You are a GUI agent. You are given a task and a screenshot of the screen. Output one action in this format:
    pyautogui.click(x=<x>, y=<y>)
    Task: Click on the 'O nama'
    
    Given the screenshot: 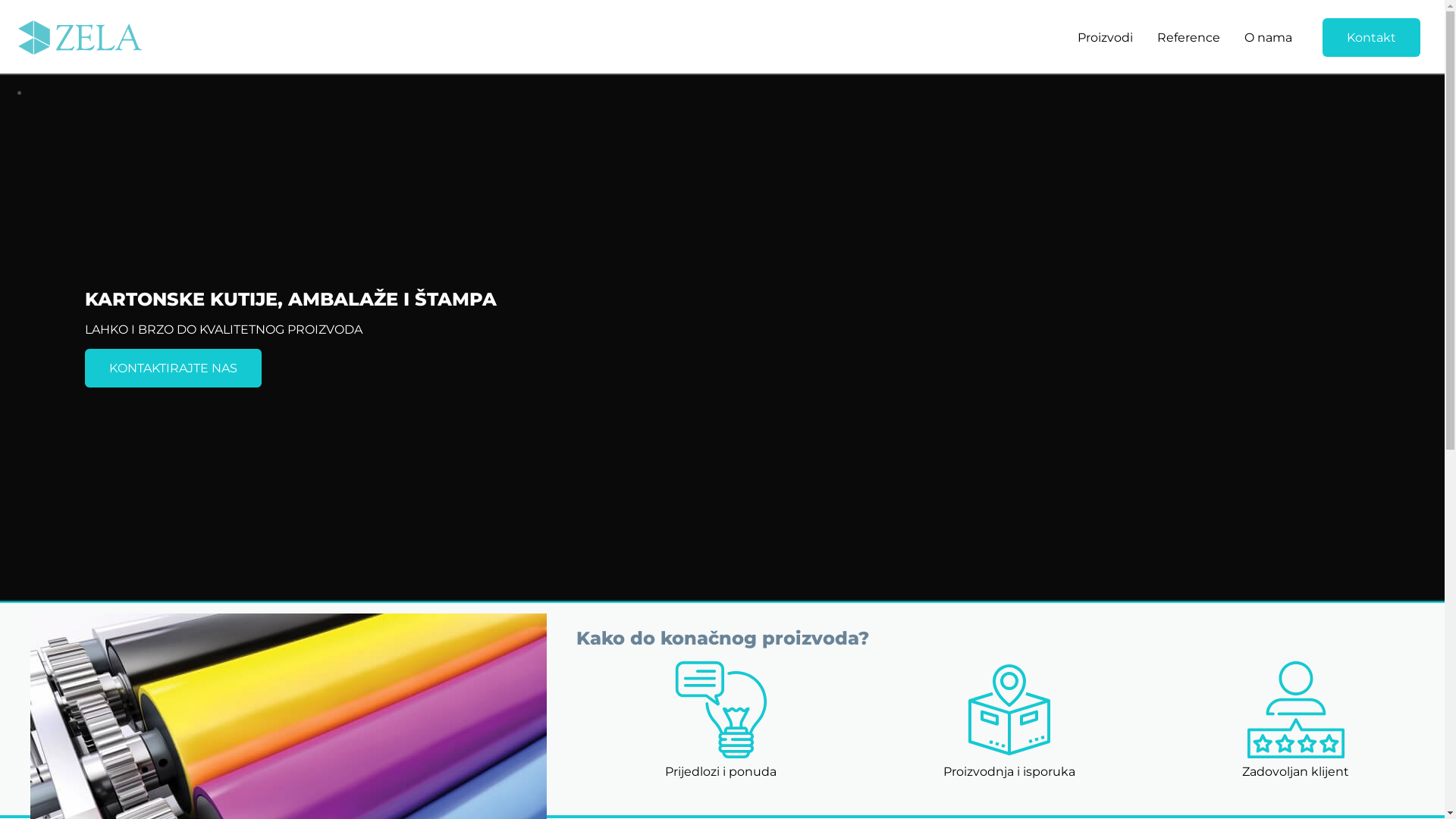 What is the action you would take?
    pyautogui.click(x=1268, y=36)
    